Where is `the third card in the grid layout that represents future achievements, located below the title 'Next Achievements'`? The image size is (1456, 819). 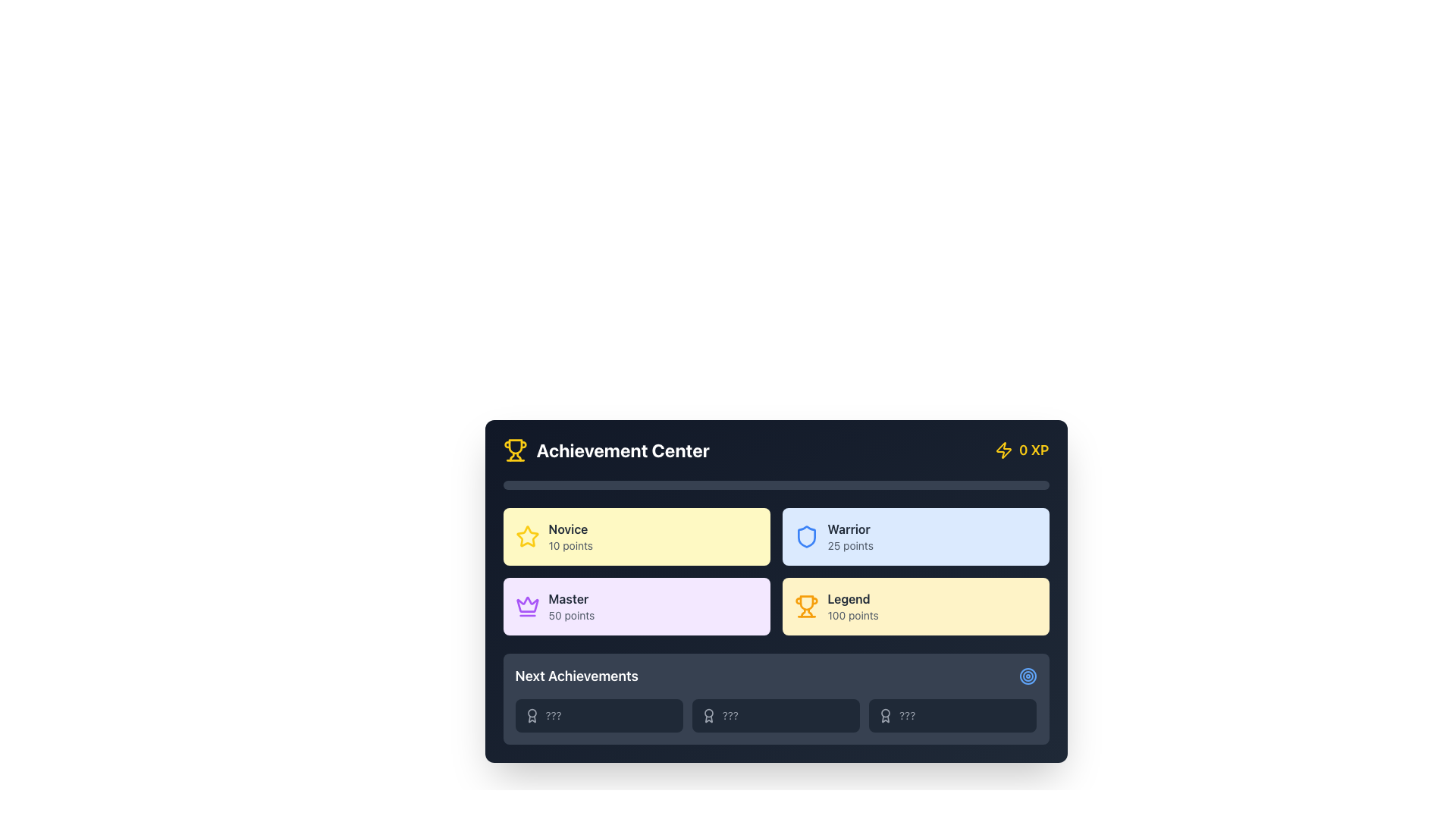
the third card in the grid layout that represents future achievements, located below the title 'Next Achievements' is located at coordinates (952, 716).